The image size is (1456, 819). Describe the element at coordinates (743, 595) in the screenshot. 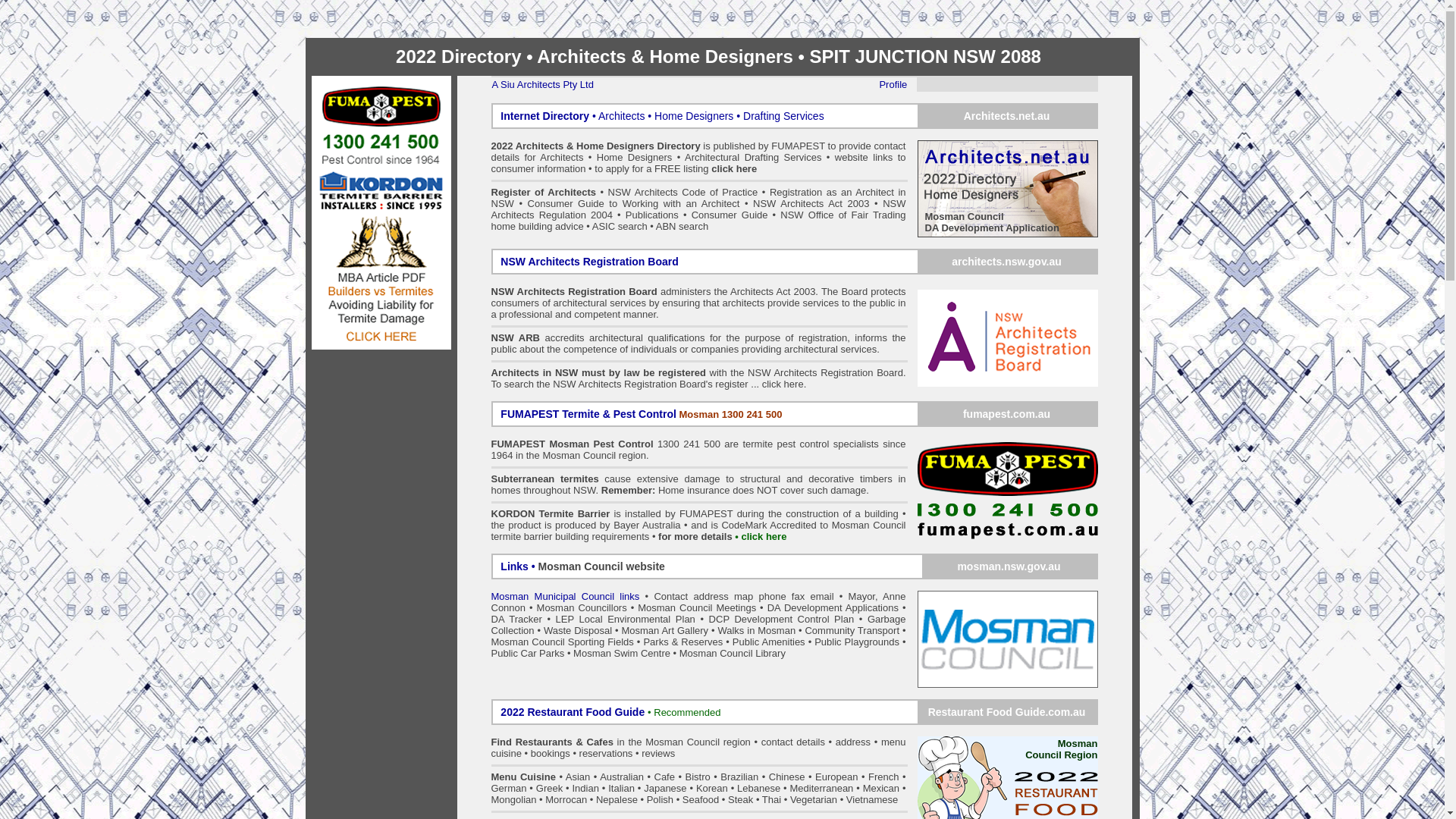

I see `'Contact address map phone fax email'` at that location.